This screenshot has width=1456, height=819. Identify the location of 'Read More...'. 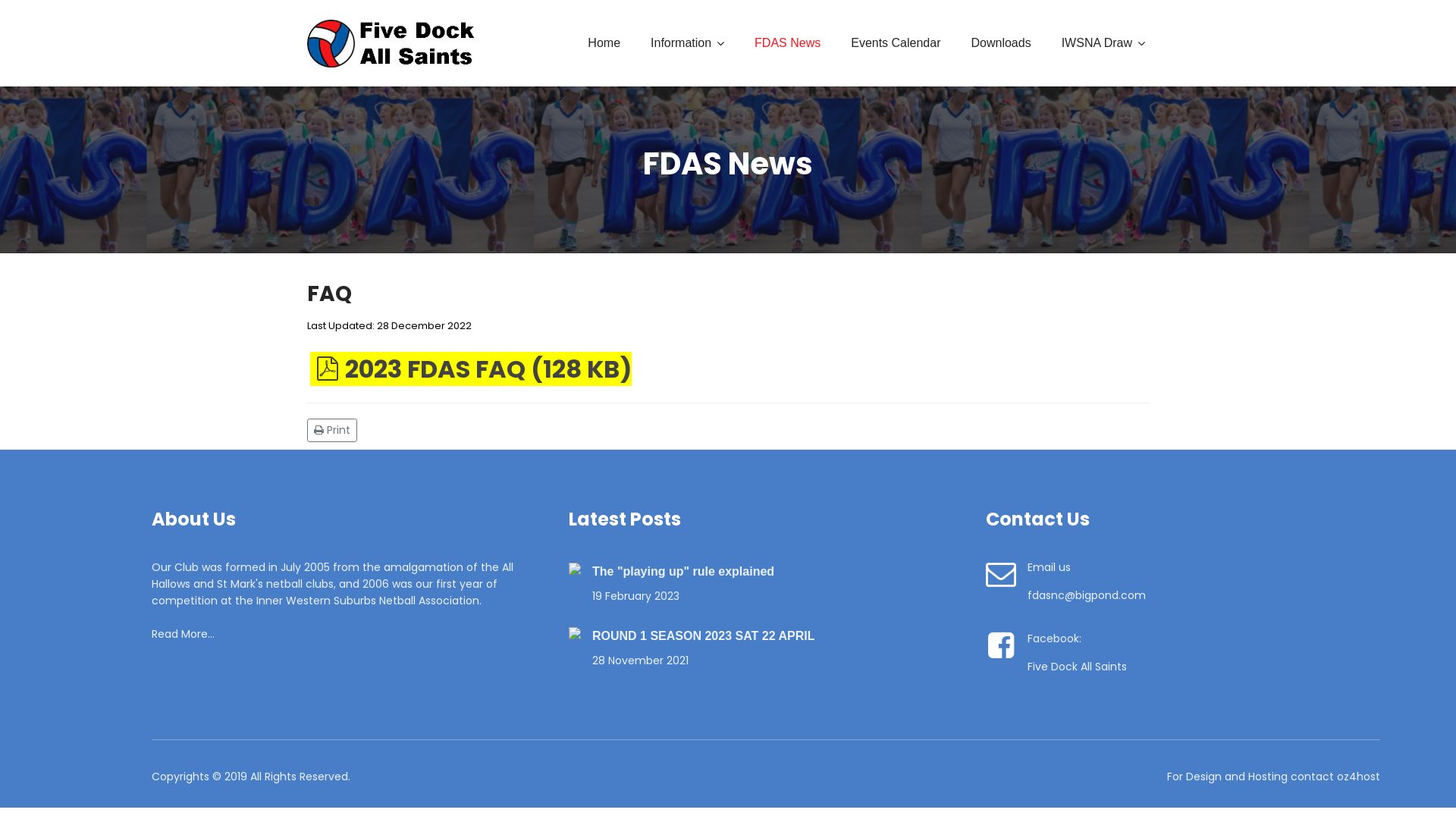
(182, 634).